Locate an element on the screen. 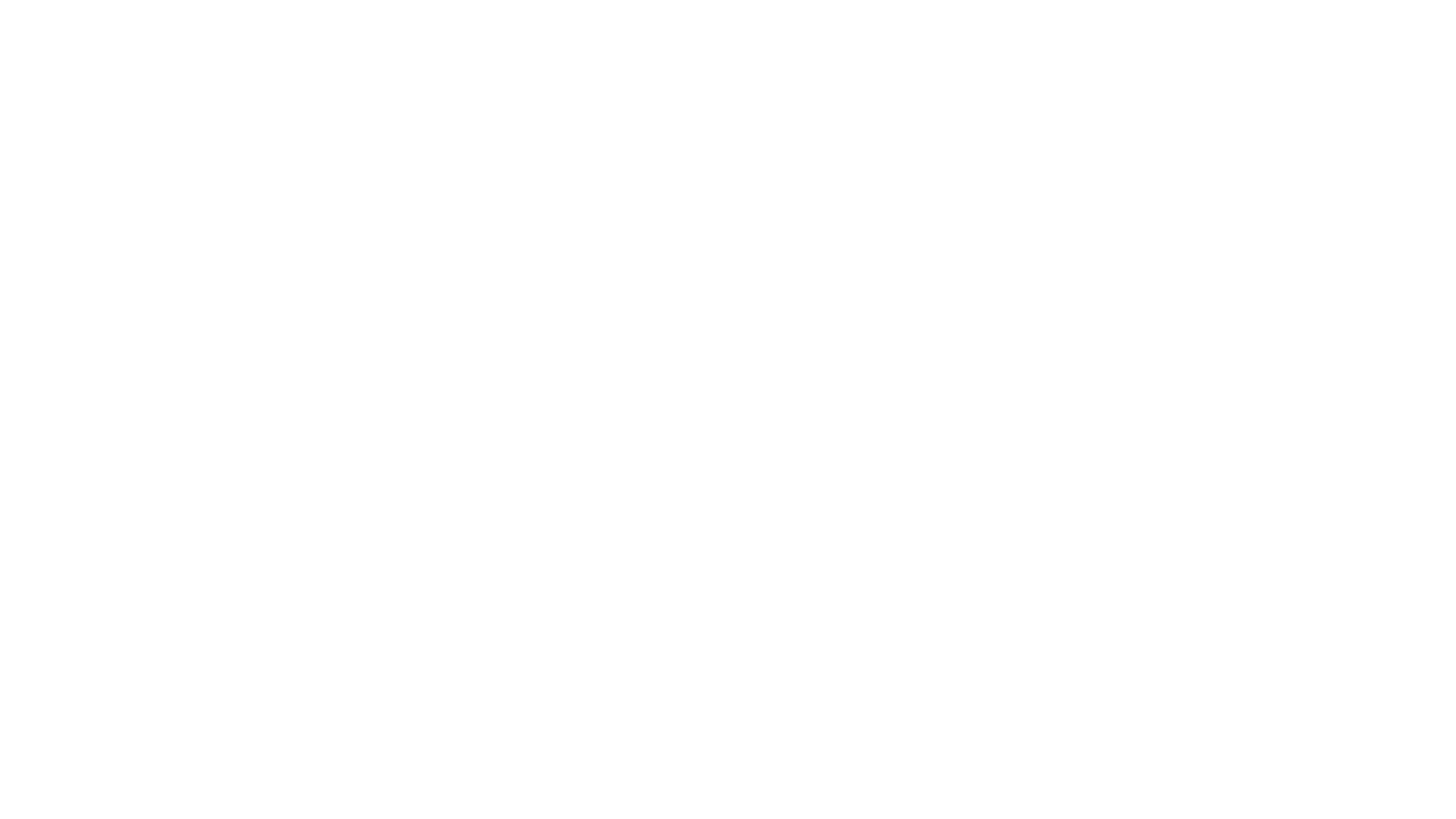  EPISODE is located at coordinates (206, 274).